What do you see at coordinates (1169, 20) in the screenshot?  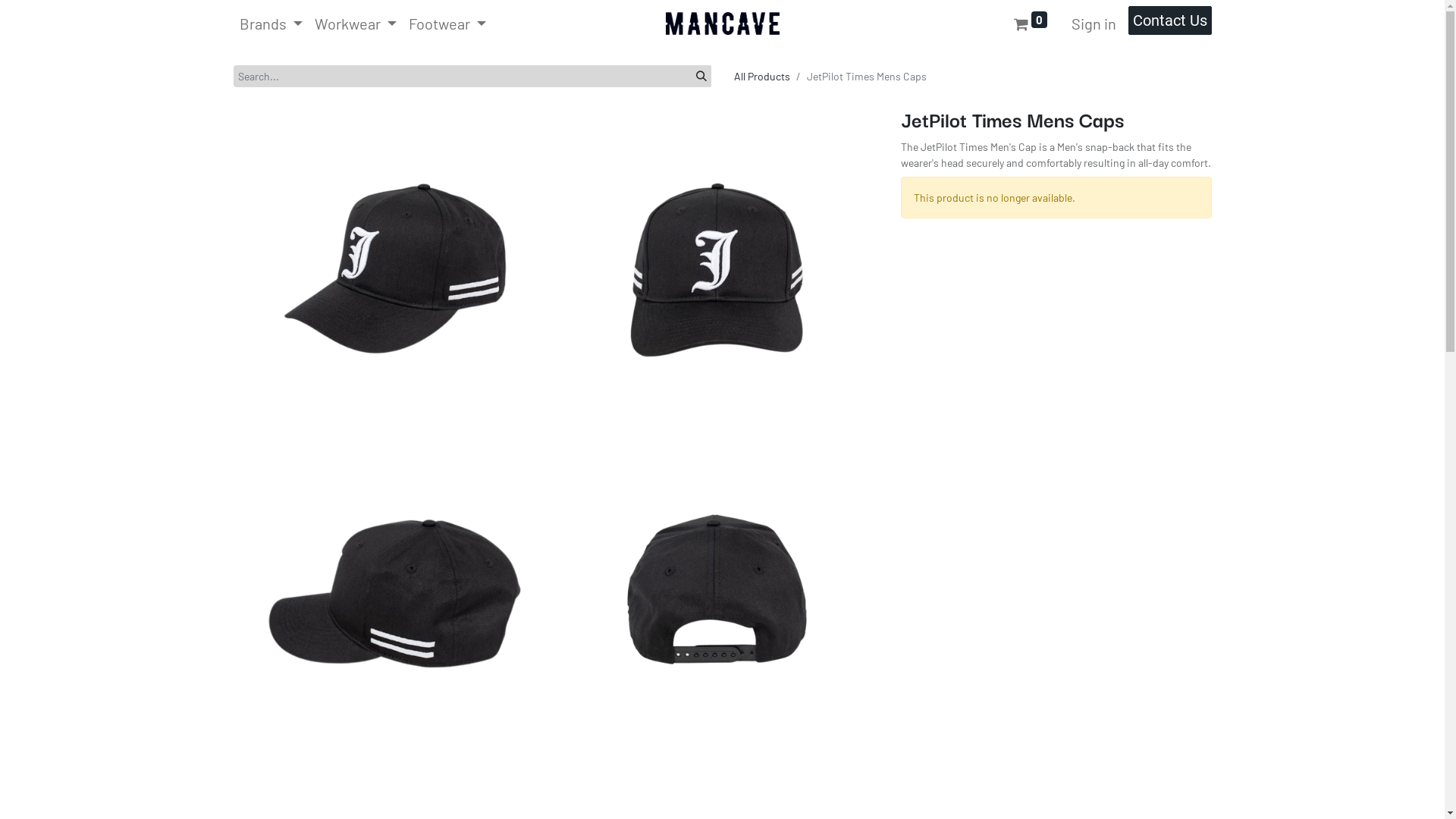 I see `'Contact Us'` at bounding box center [1169, 20].